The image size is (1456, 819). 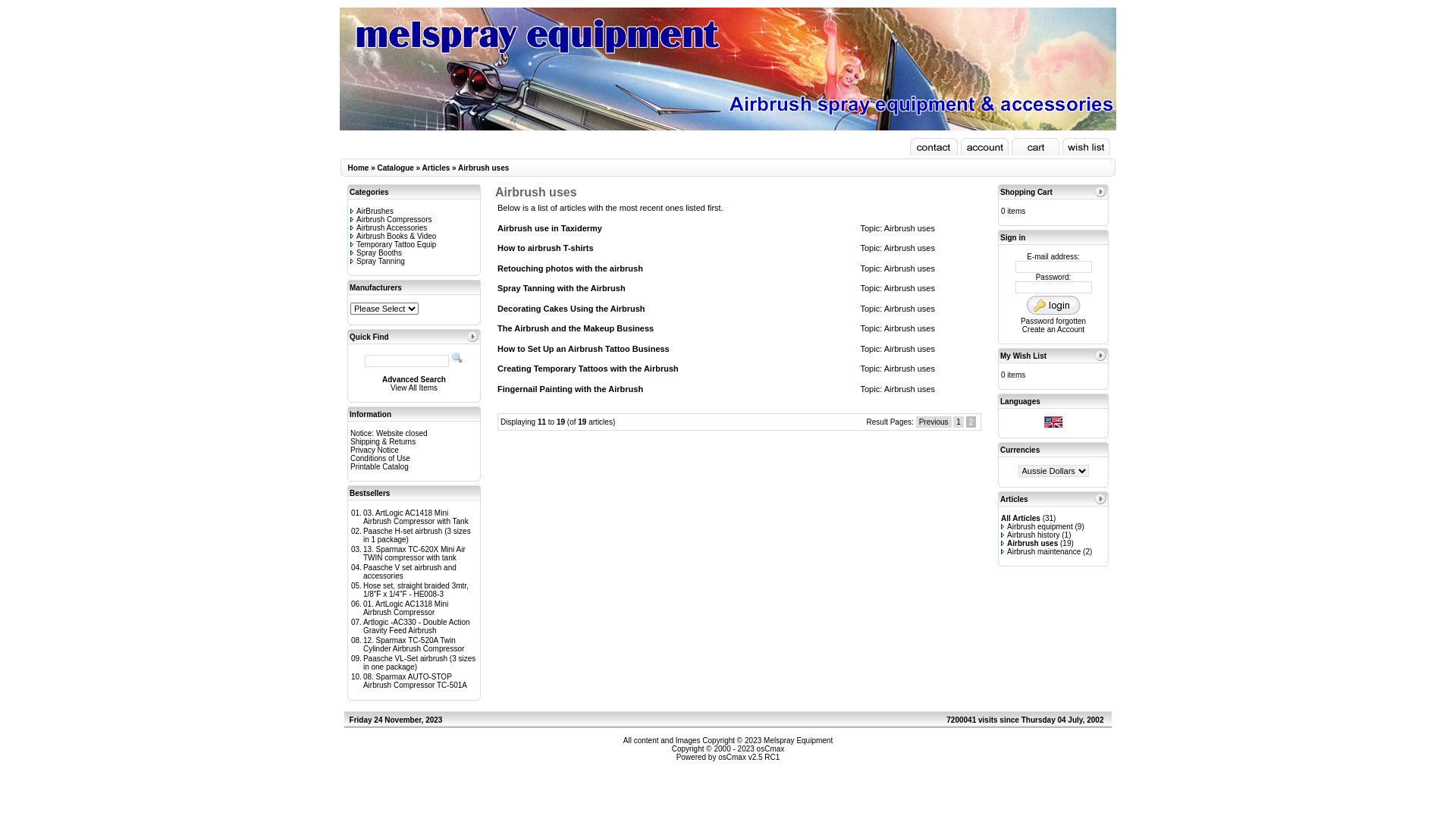 What do you see at coordinates (414, 378) in the screenshot?
I see `'Advanced Search'` at bounding box center [414, 378].